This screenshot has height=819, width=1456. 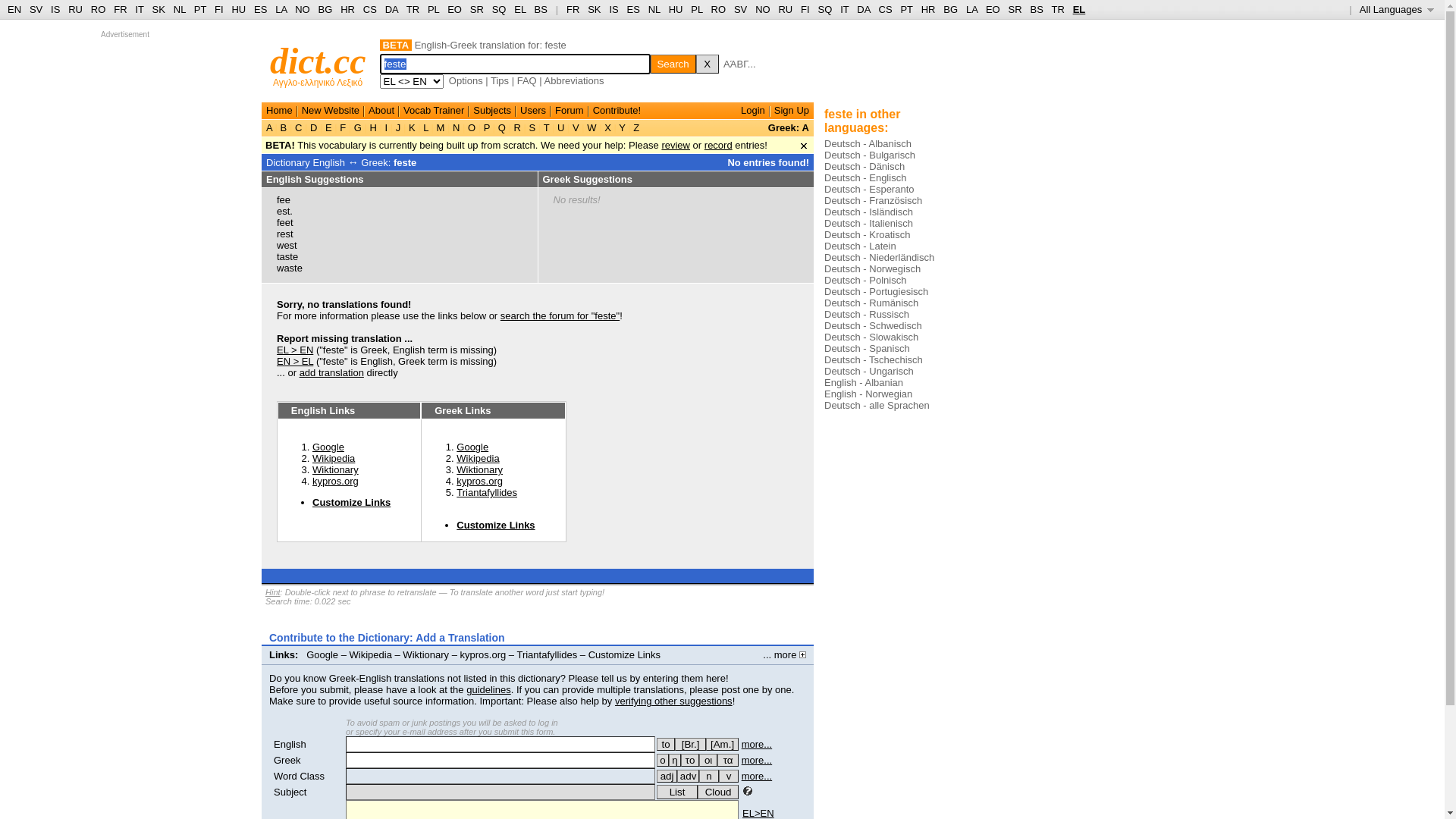 What do you see at coordinates (270, 127) in the screenshot?
I see `'A'` at bounding box center [270, 127].